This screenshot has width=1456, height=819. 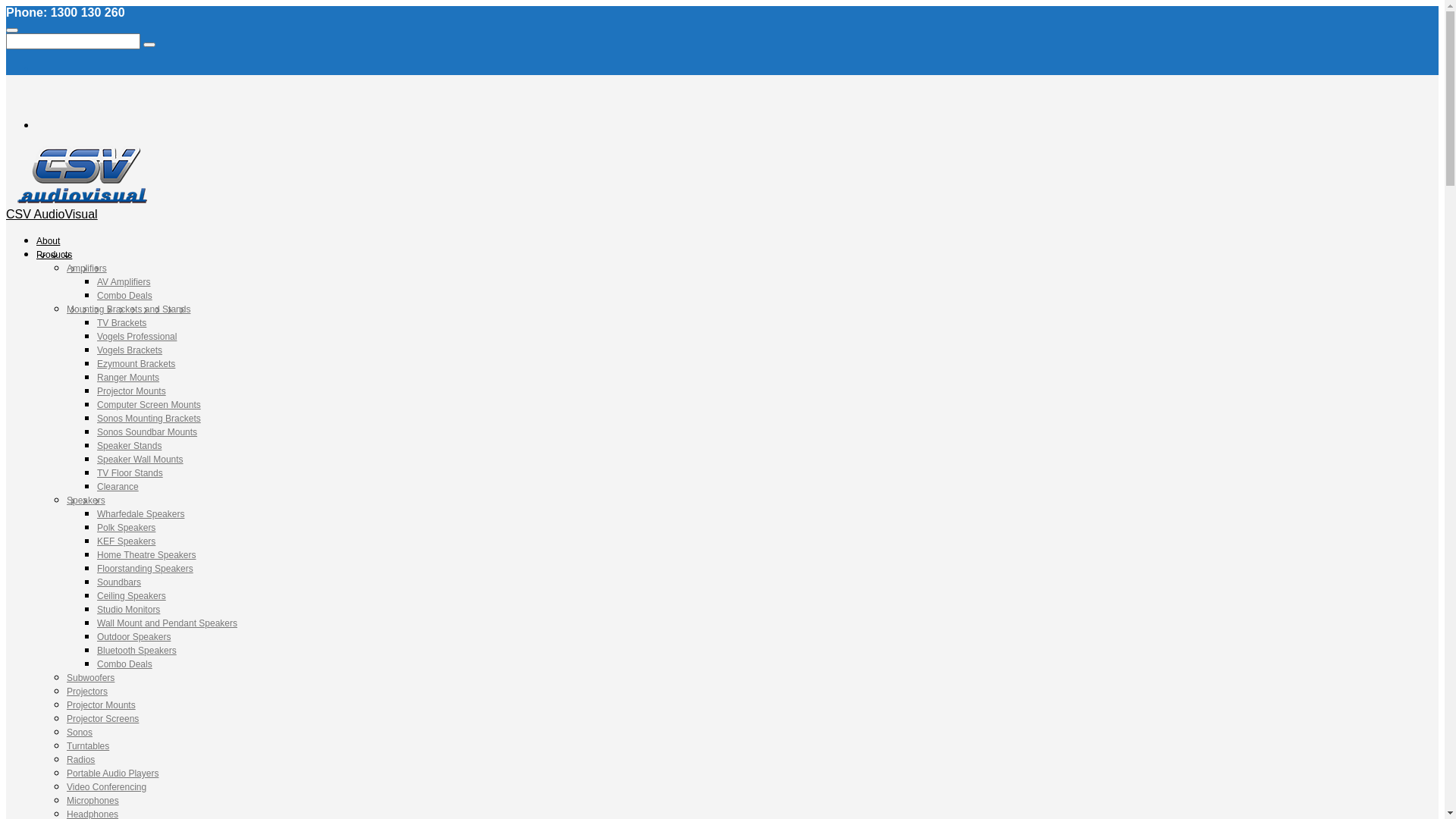 What do you see at coordinates (129, 444) in the screenshot?
I see `'Speaker Stands'` at bounding box center [129, 444].